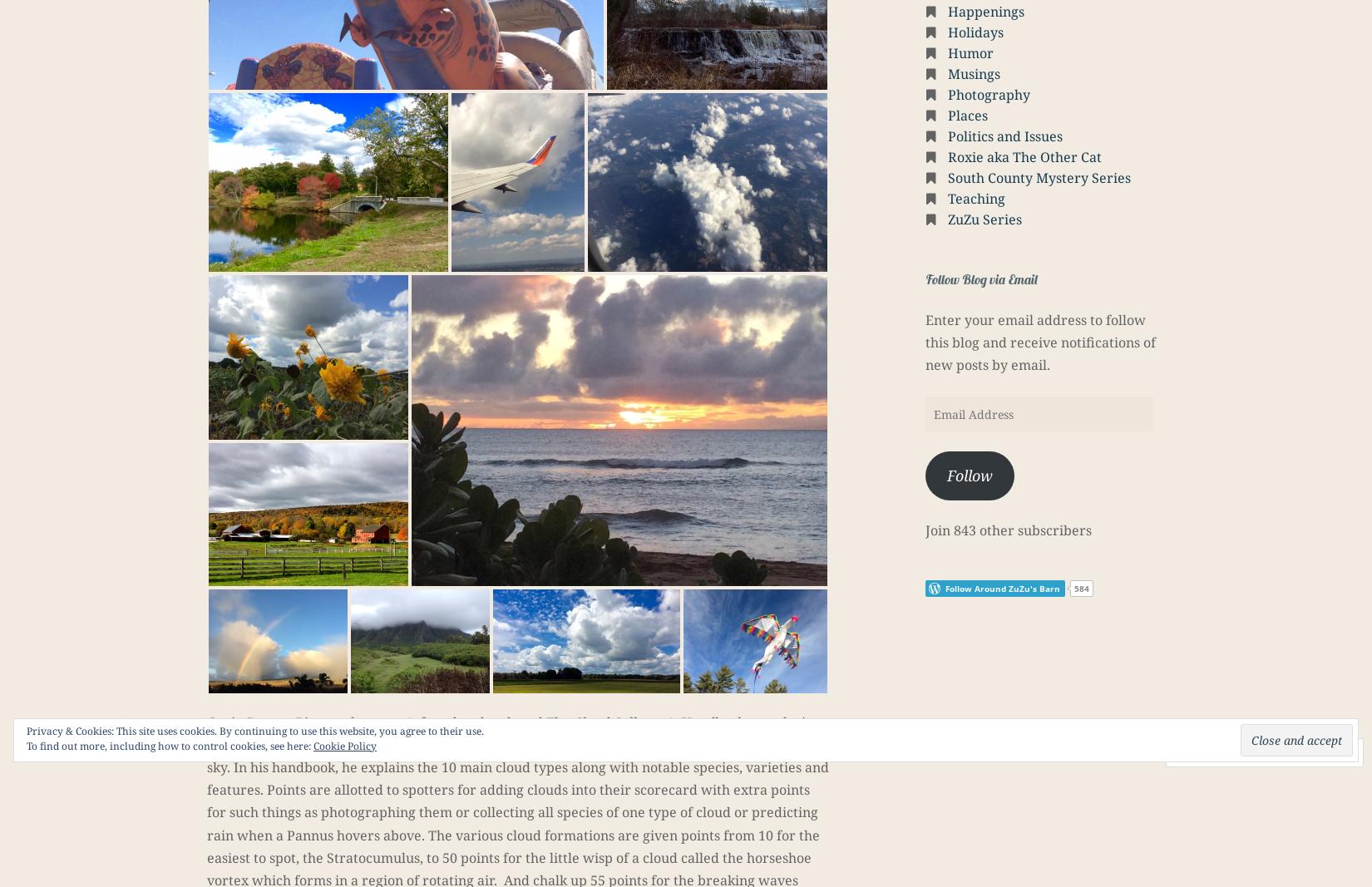  What do you see at coordinates (1039, 178) in the screenshot?
I see `'South County Mystery Series'` at bounding box center [1039, 178].